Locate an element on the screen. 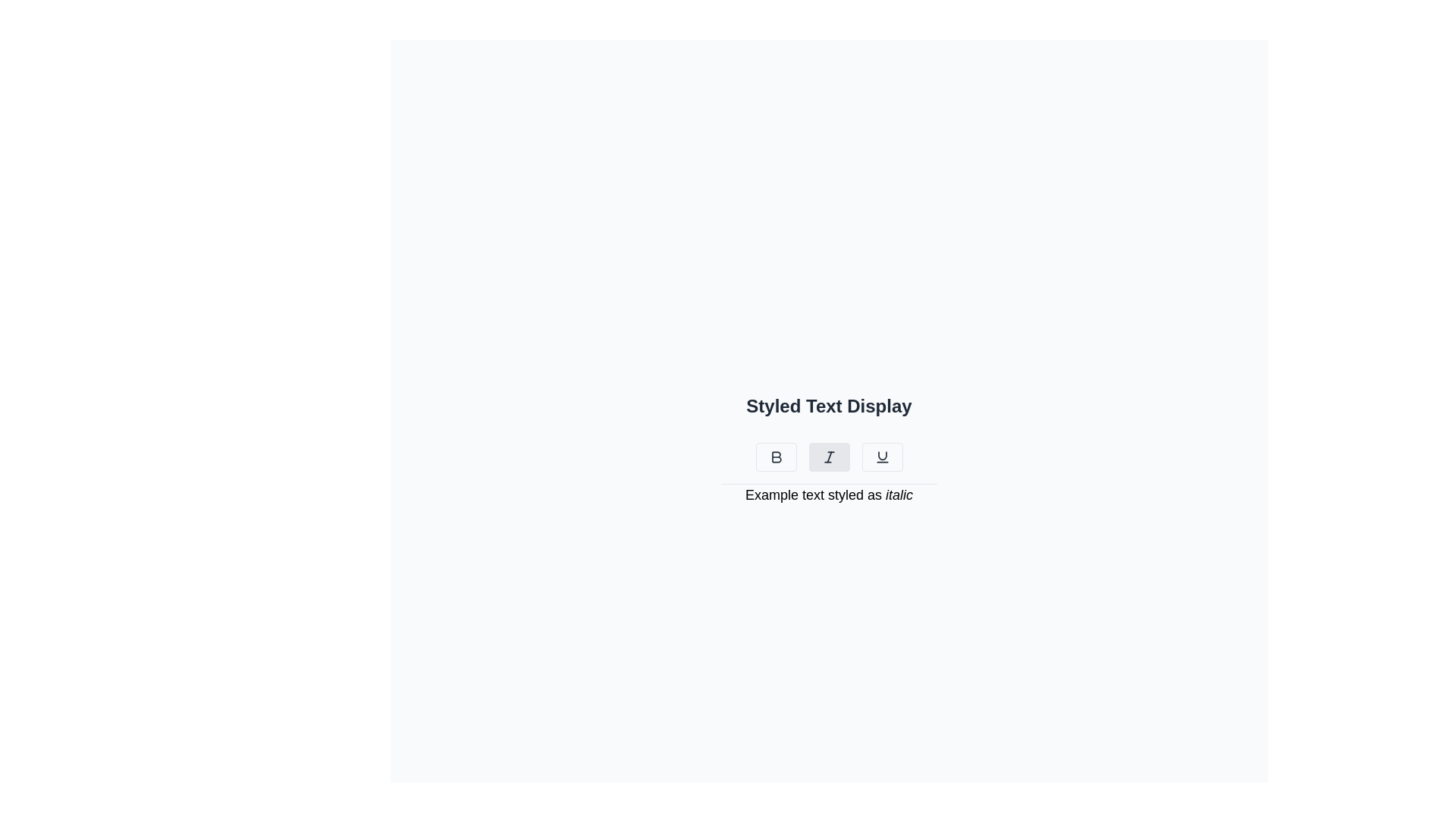 The image size is (1456, 819). the button featuring an italicized 'I' icon, located between the 'B' and 'U' buttons is located at coordinates (828, 456).